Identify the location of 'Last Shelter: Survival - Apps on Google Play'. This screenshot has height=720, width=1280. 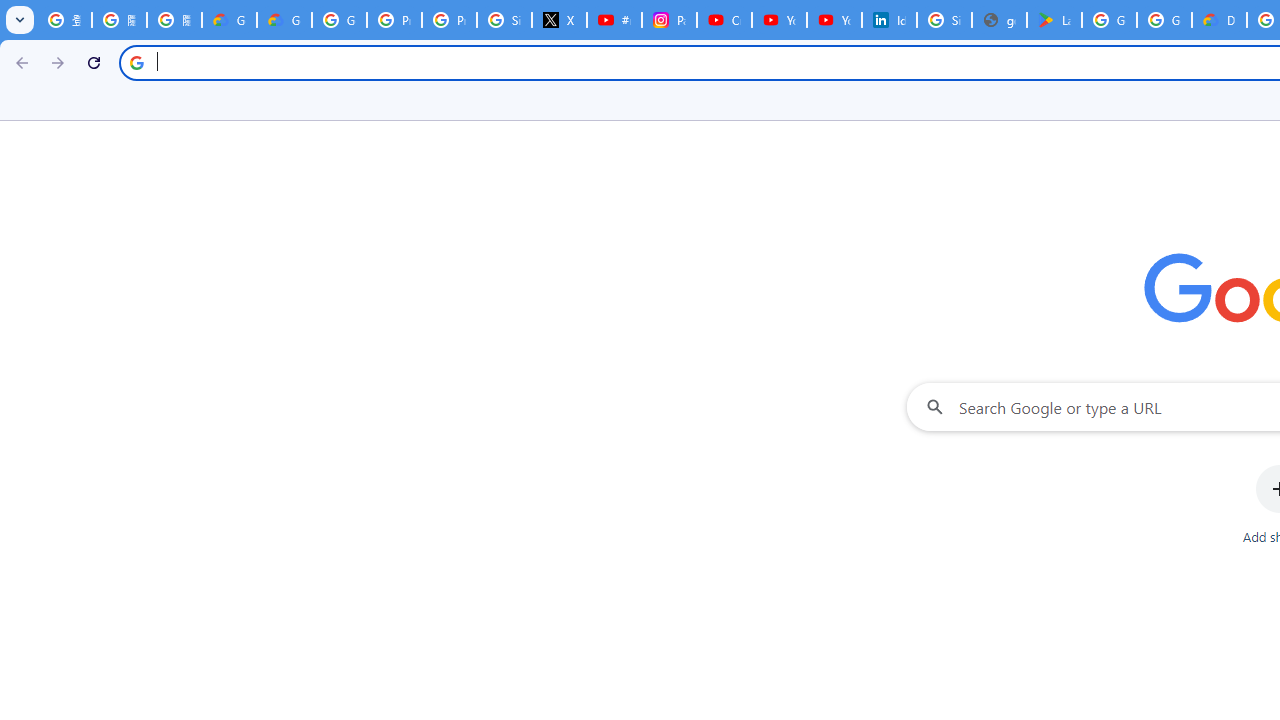
(1053, 20).